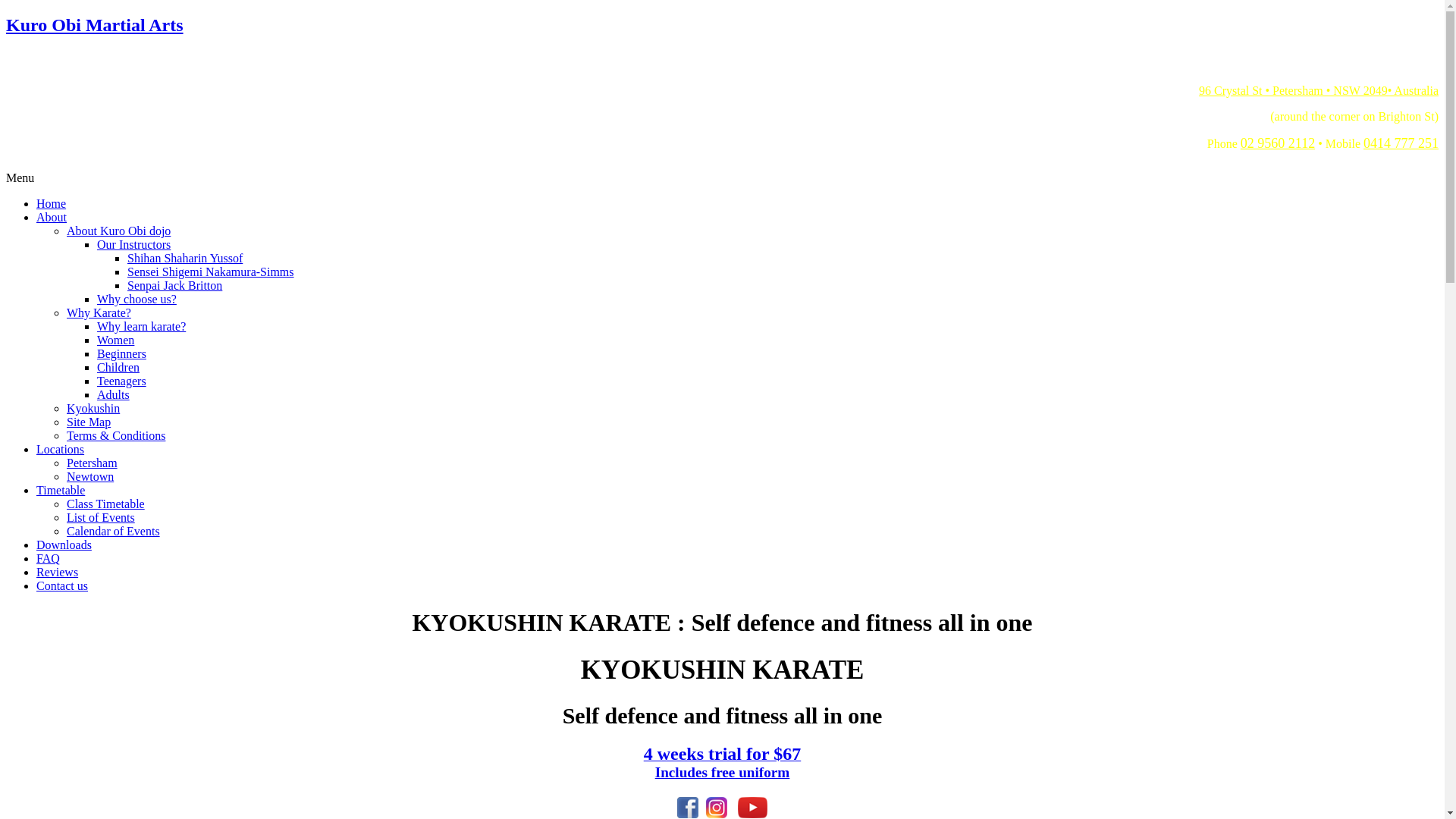  Describe the element at coordinates (57, 572) in the screenshot. I see `'Reviews'` at that location.